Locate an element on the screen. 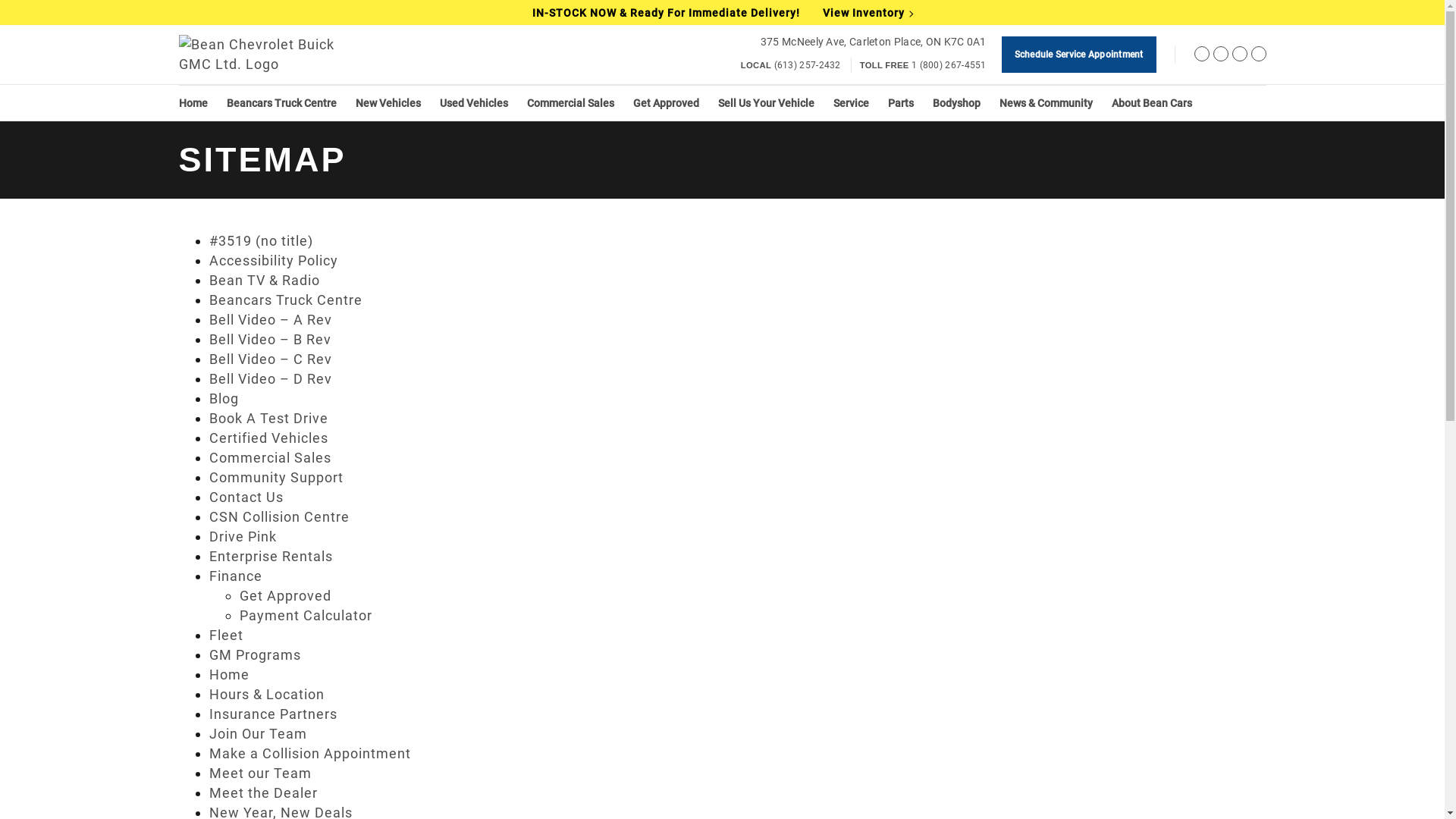 The image size is (1456, 819). 'https://www.youtube.com/channel/UCMYuVJlSnodwUqm1pVQkKfA' is located at coordinates (1251, 55).